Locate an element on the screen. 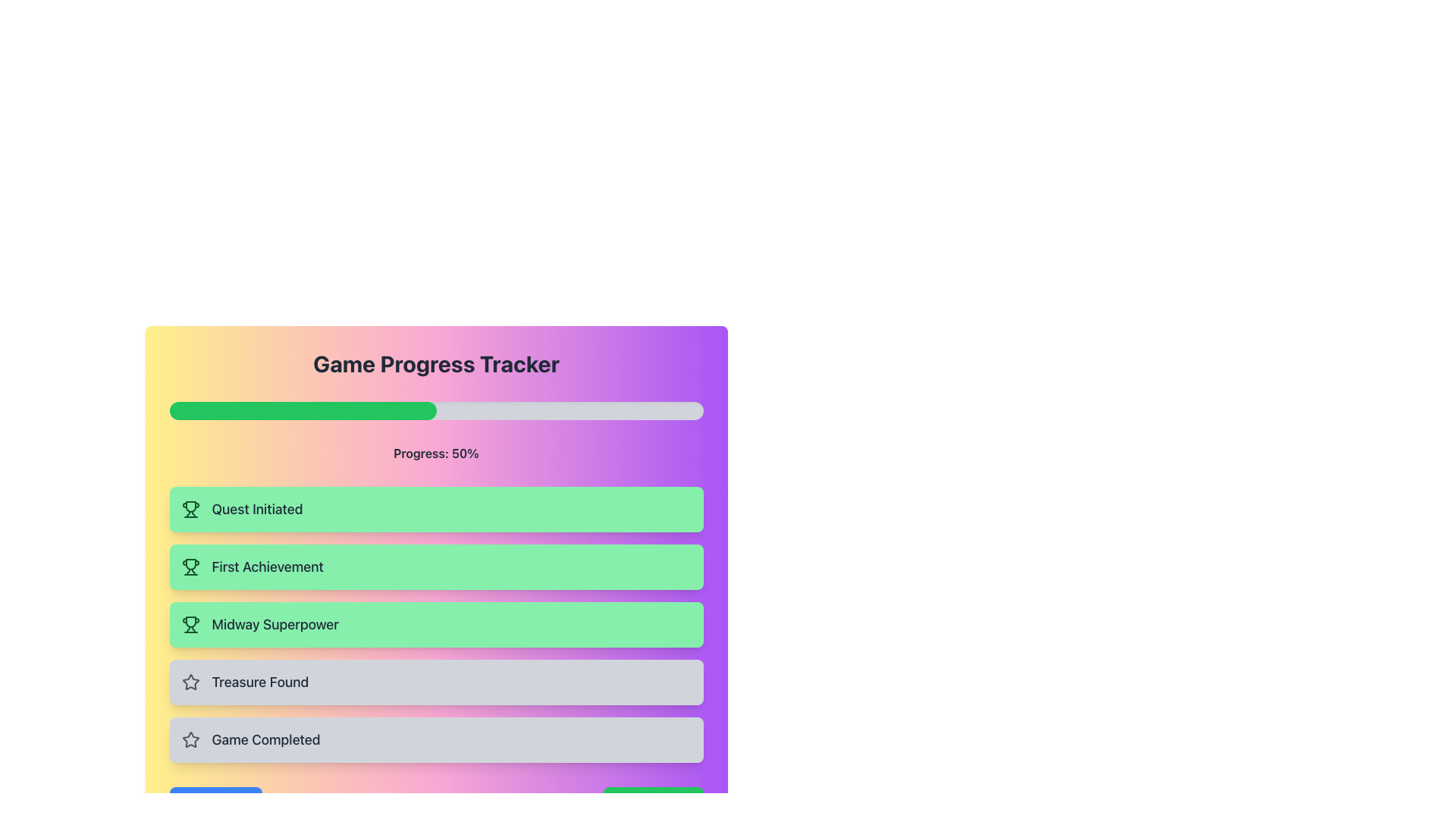 This screenshot has width=1456, height=819. the 'Game Completed' text label, which is styled with a medium gray font on a light gray rounded rectangle box, located at the bottom of a vertical list and accompanied by a star icon to its left is located at coordinates (265, 739).